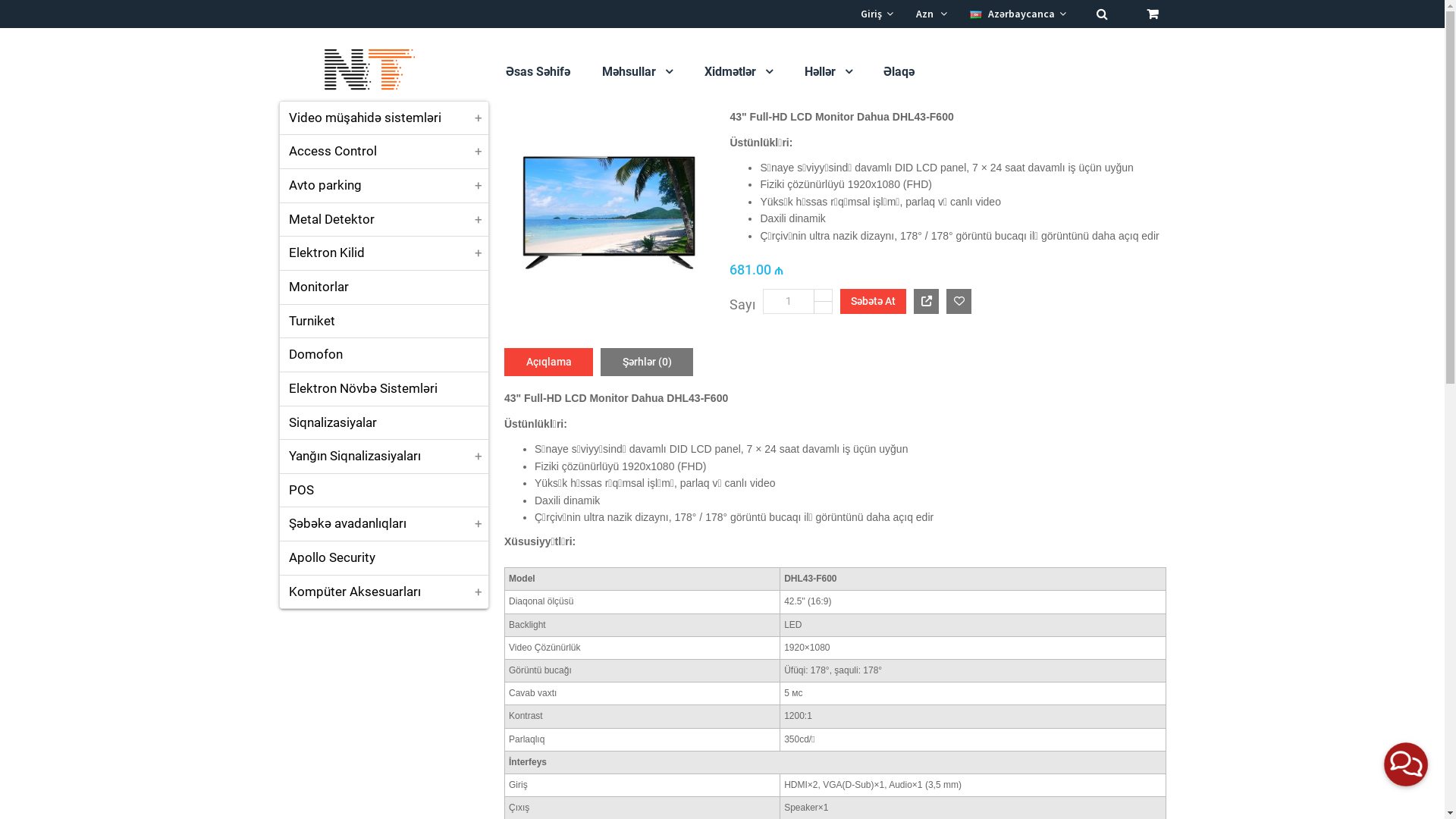 The width and height of the screenshot is (1456, 819). I want to click on 'Apollo Security', so click(383, 558).